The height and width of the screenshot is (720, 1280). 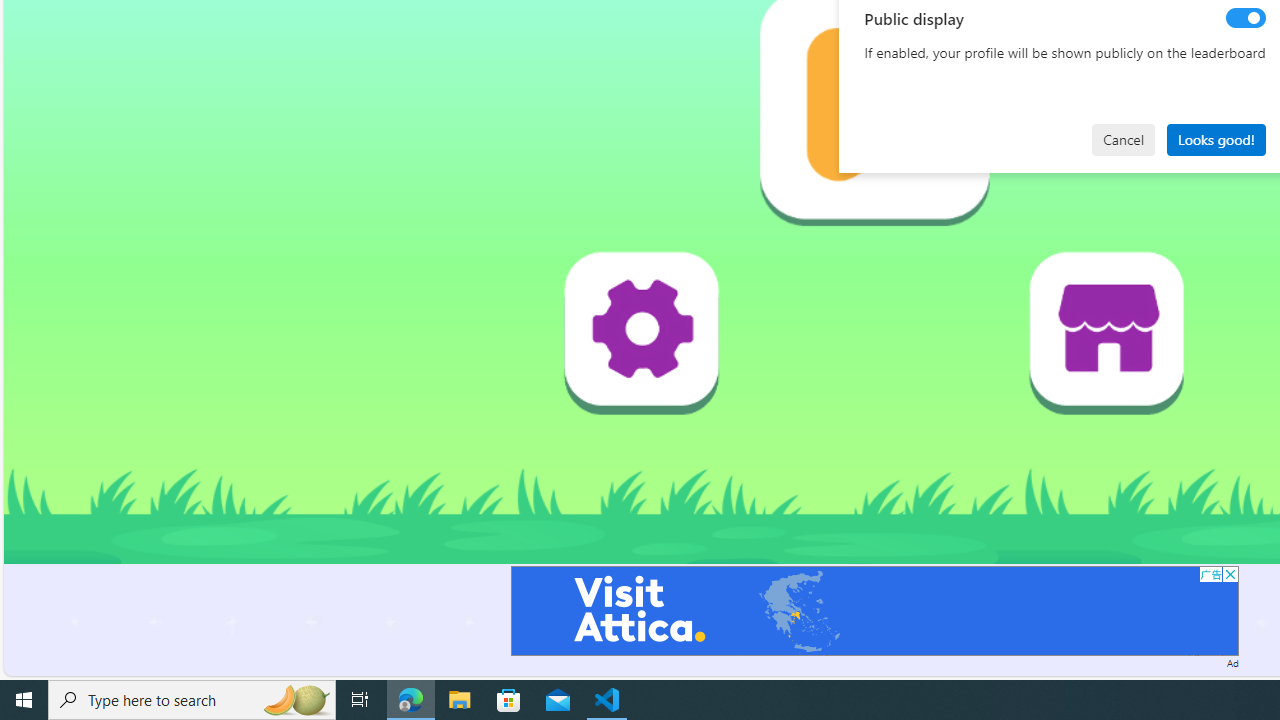 I want to click on 'Looks good!', so click(x=1215, y=138).